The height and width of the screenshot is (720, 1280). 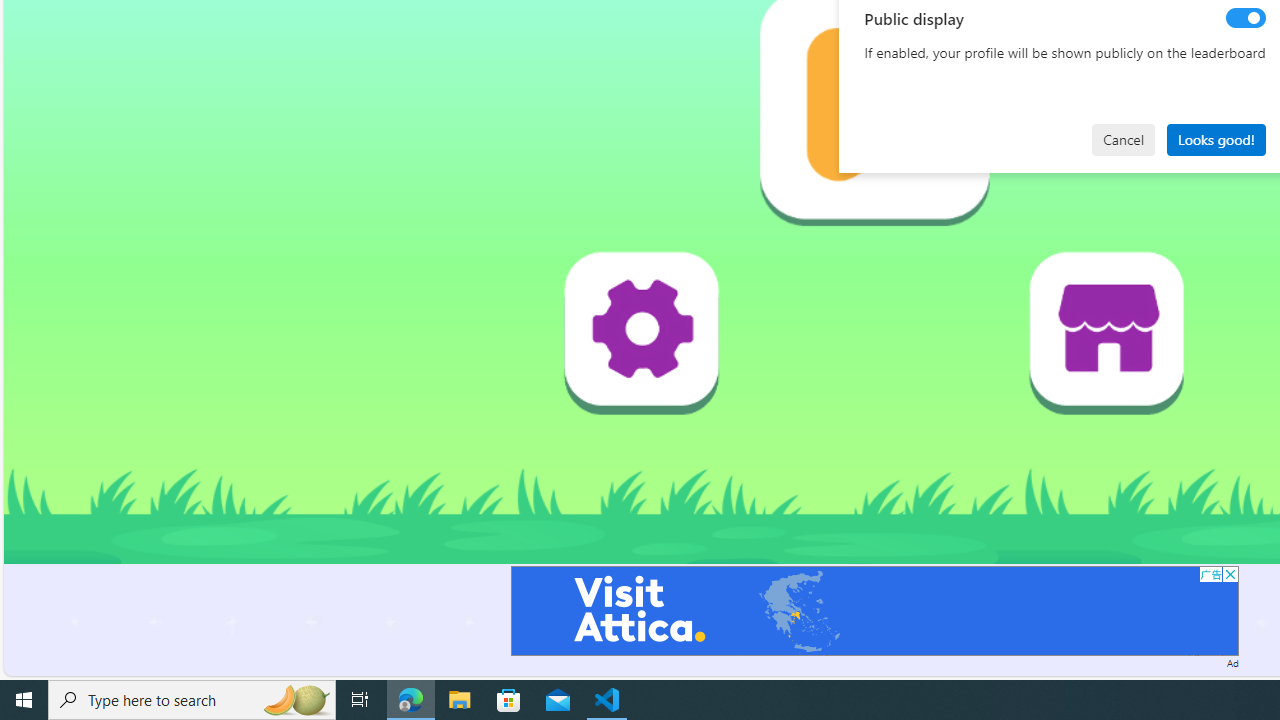 I want to click on 'Looks good!', so click(x=1215, y=138).